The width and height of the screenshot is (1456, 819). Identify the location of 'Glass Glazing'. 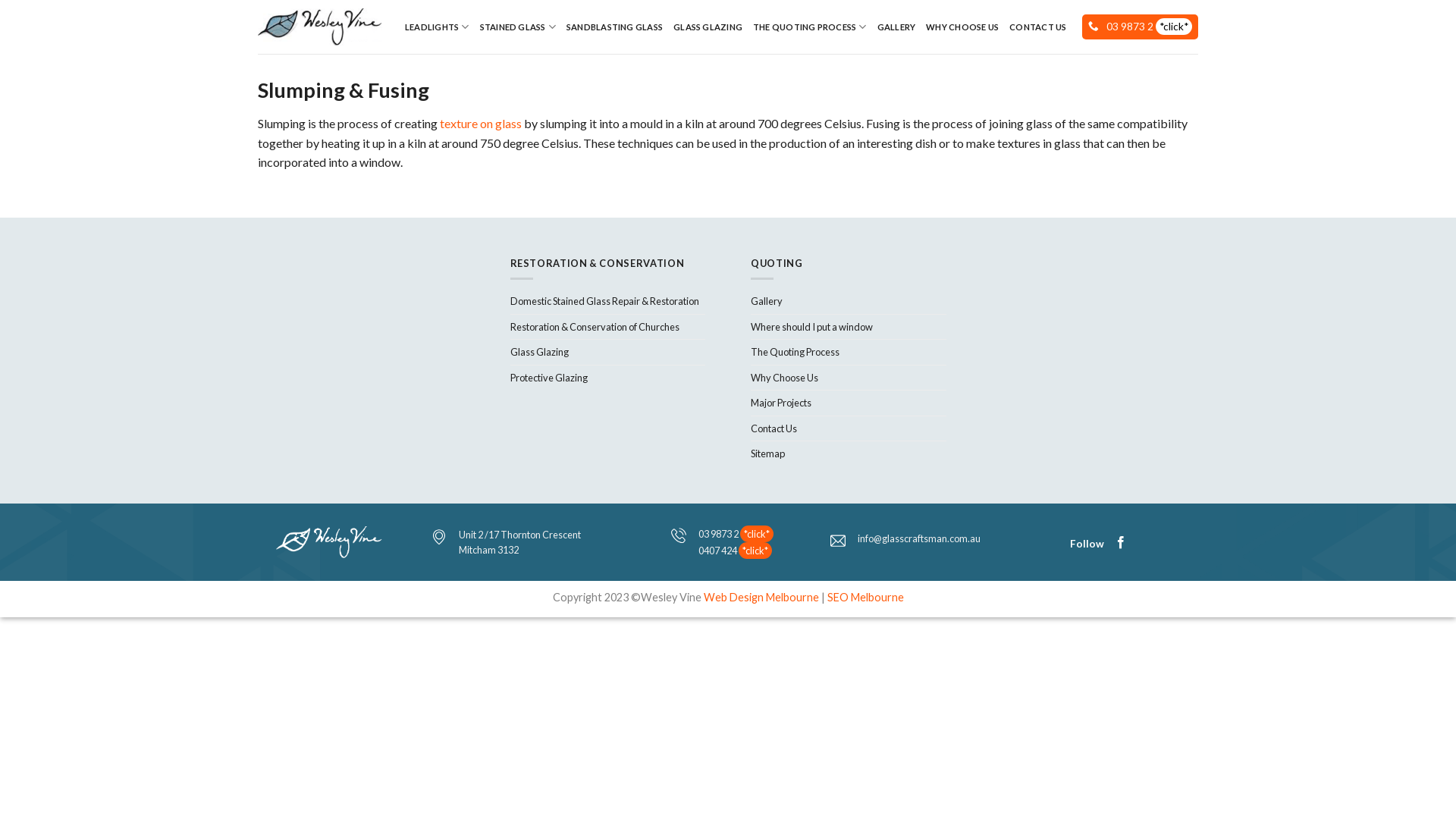
(538, 351).